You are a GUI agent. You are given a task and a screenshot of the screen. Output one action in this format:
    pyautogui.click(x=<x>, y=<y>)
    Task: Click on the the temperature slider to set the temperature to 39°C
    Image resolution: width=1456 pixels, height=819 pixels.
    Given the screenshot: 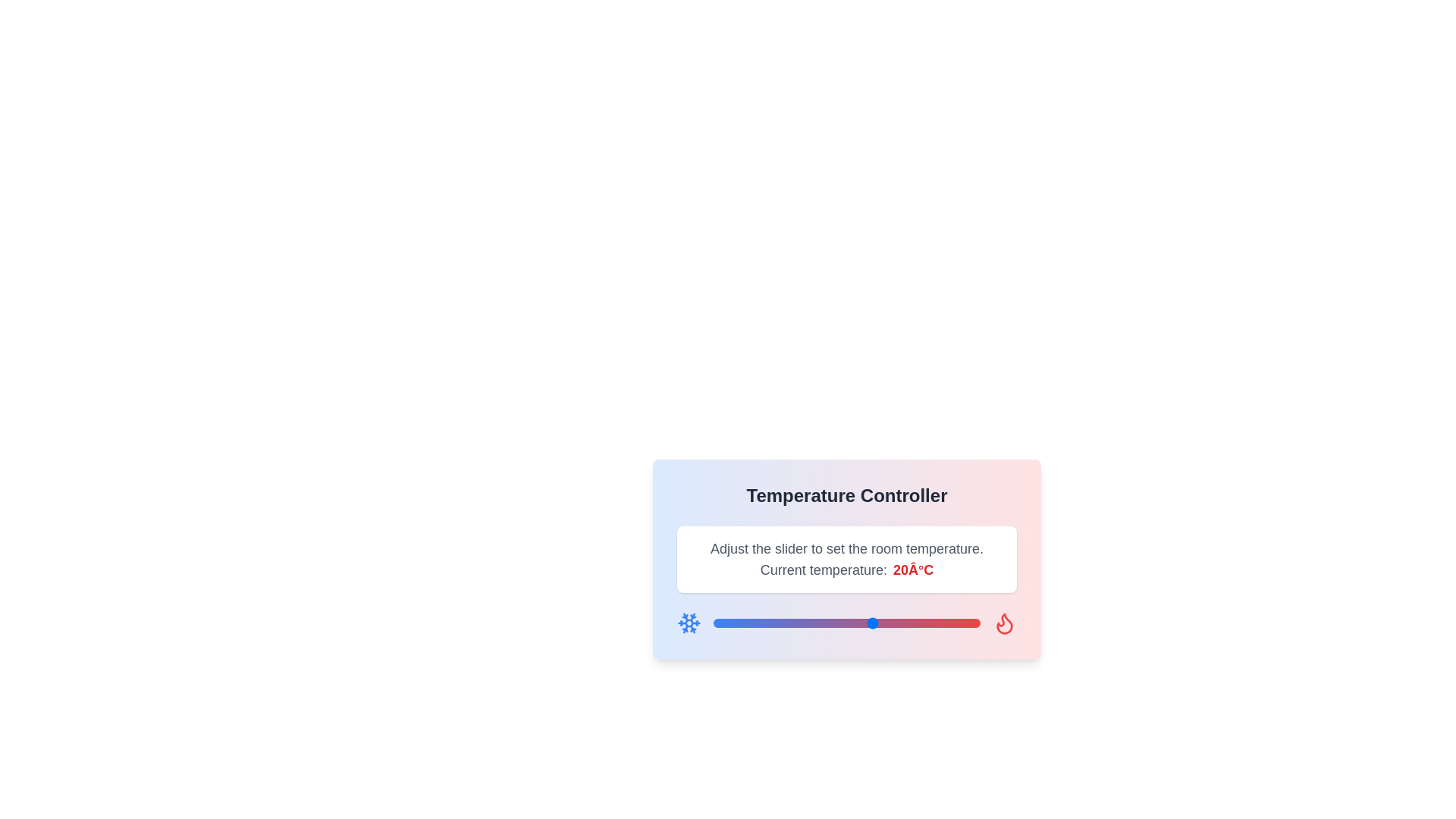 What is the action you would take?
    pyautogui.click(x=975, y=623)
    